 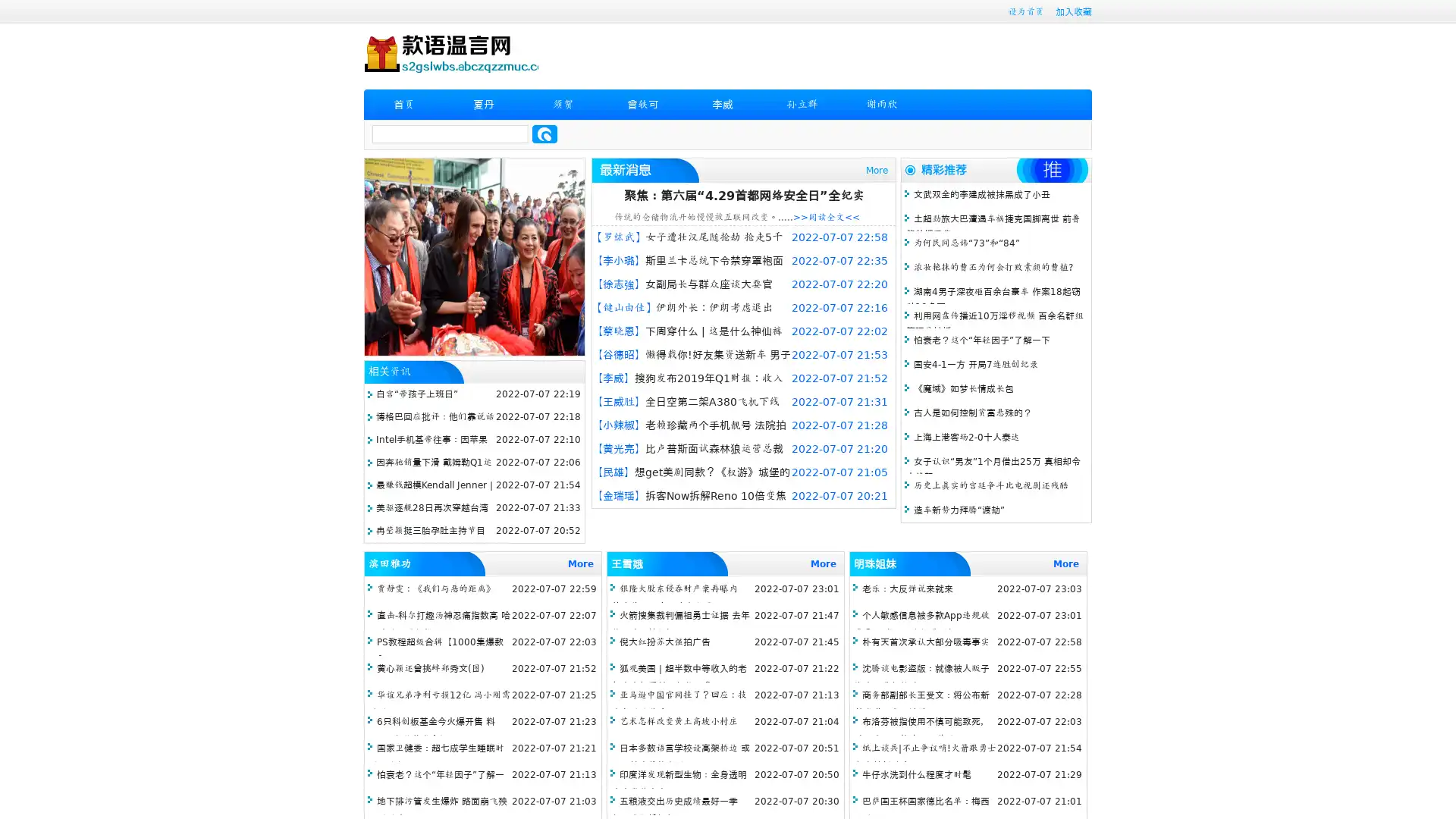 What do you see at coordinates (544, 133) in the screenshot?
I see `Search` at bounding box center [544, 133].